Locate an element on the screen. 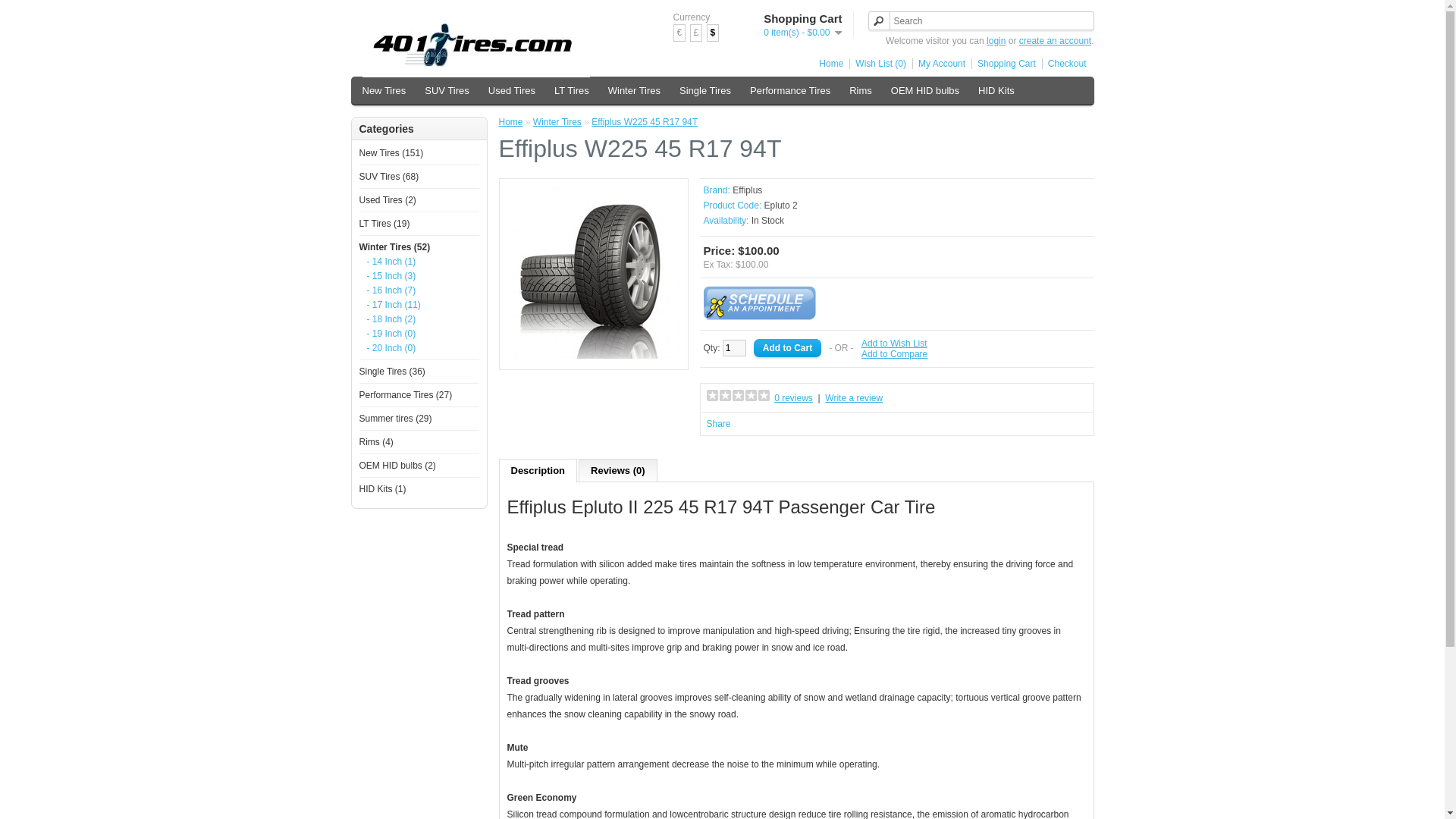  '0 reviews' is located at coordinates (792, 397).